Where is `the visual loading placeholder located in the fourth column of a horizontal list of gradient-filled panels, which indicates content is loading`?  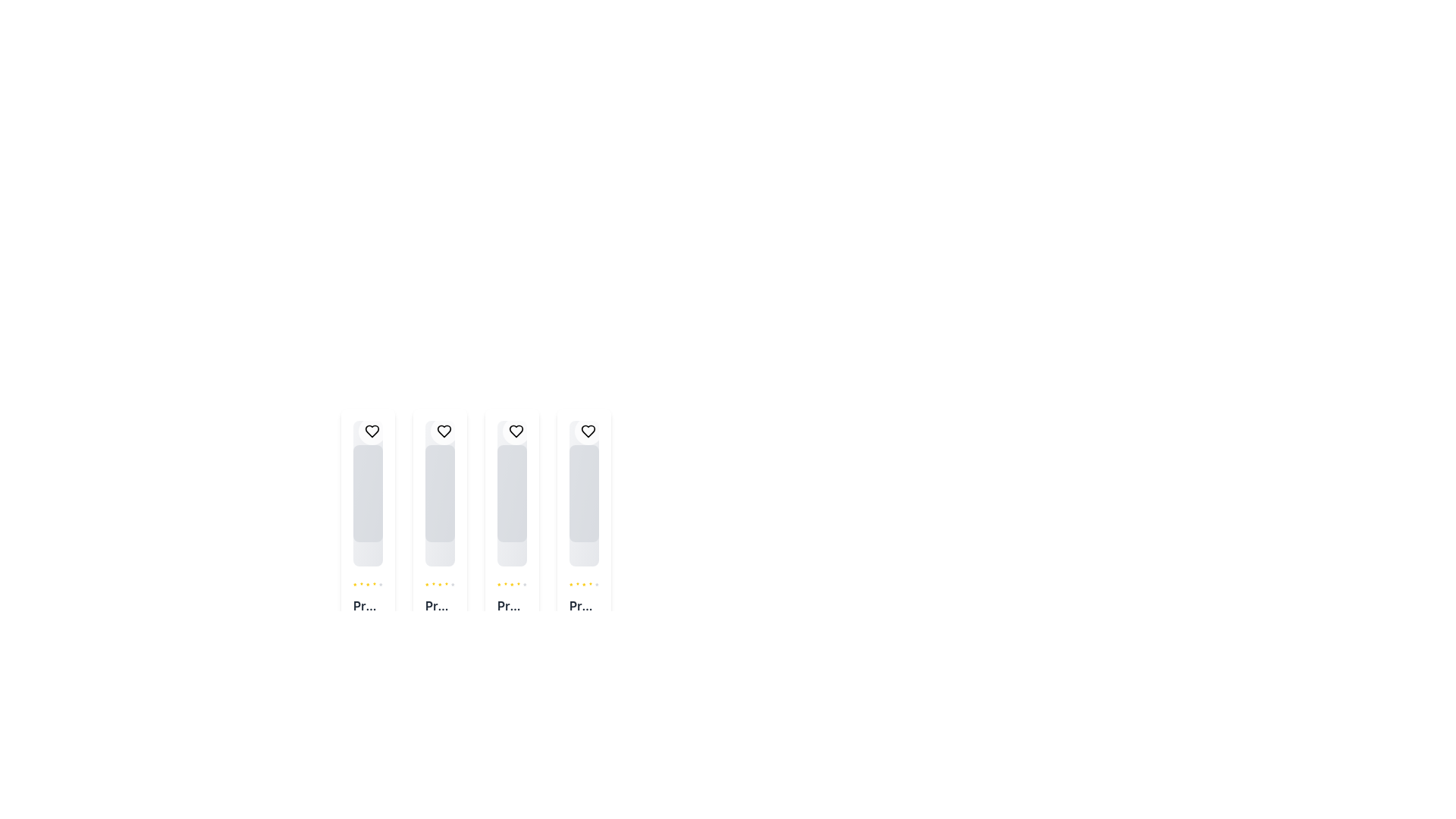 the visual loading placeholder located in the fourth column of a horizontal list of gradient-filled panels, which indicates content is loading is located at coordinates (583, 494).